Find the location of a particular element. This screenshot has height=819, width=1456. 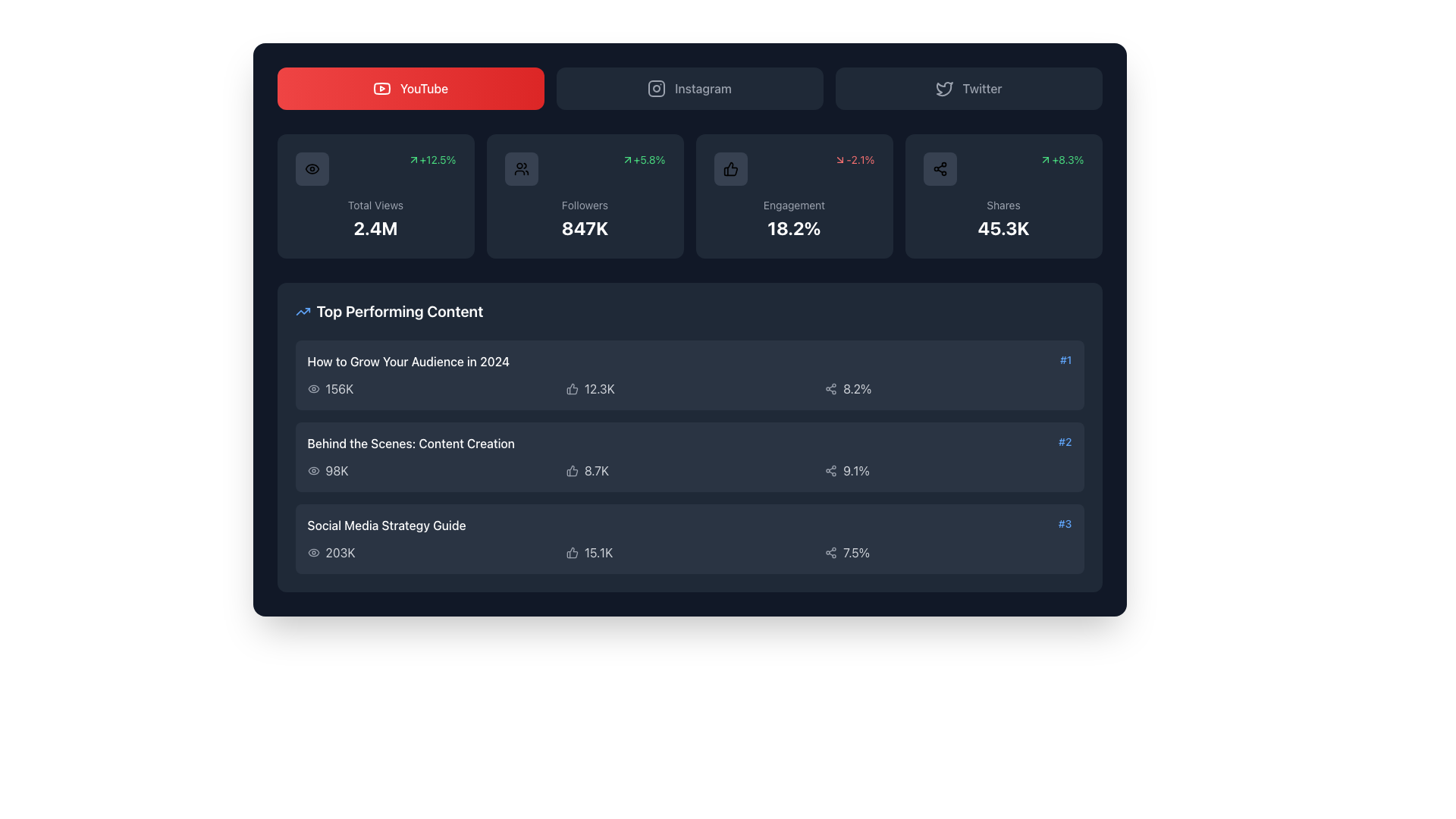

the text label indicating a percentage value located in the middle-right section of the card for a specific content item in the list of top-performing contents is located at coordinates (856, 470).